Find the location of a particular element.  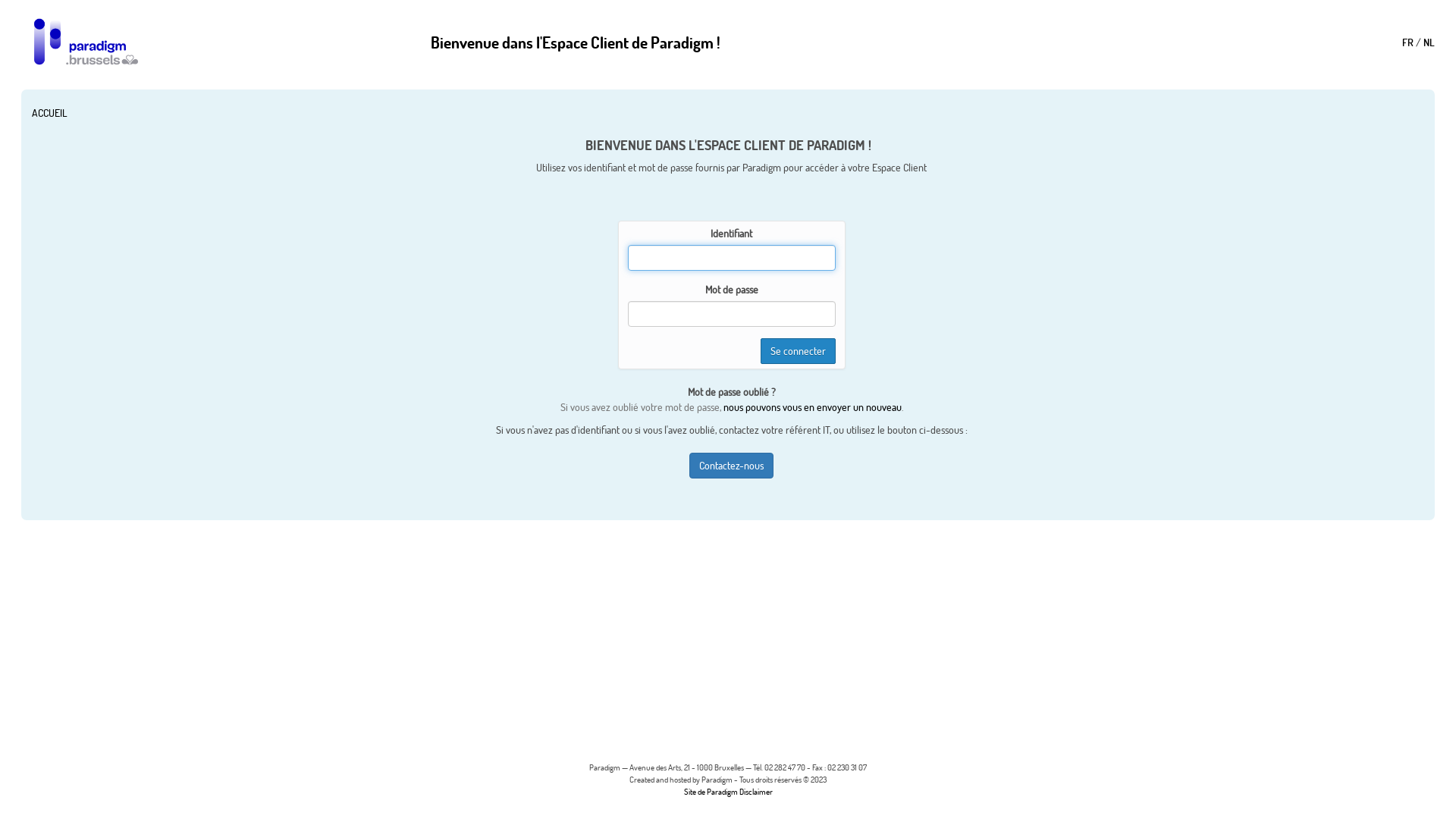

'Bienvenue dans l'Espace Client de Paradigm !' is located at coordinates (574, 40).